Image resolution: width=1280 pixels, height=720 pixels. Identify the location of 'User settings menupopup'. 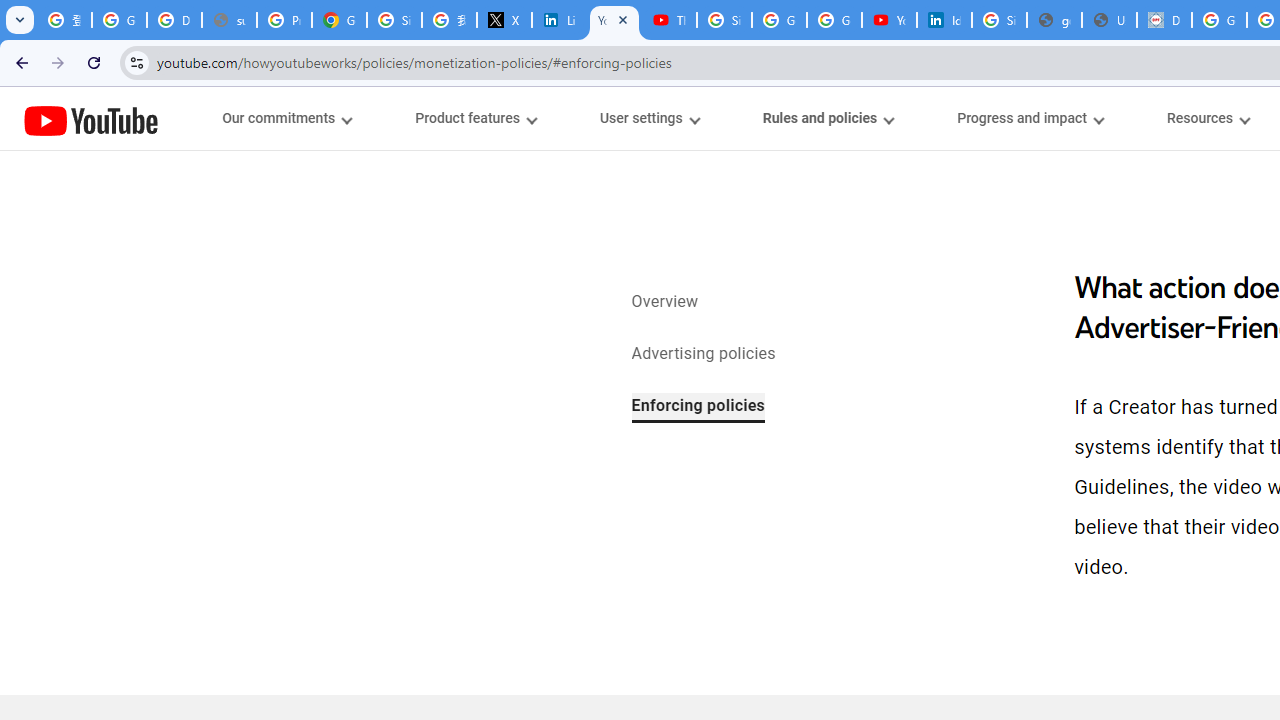
(648, 118).